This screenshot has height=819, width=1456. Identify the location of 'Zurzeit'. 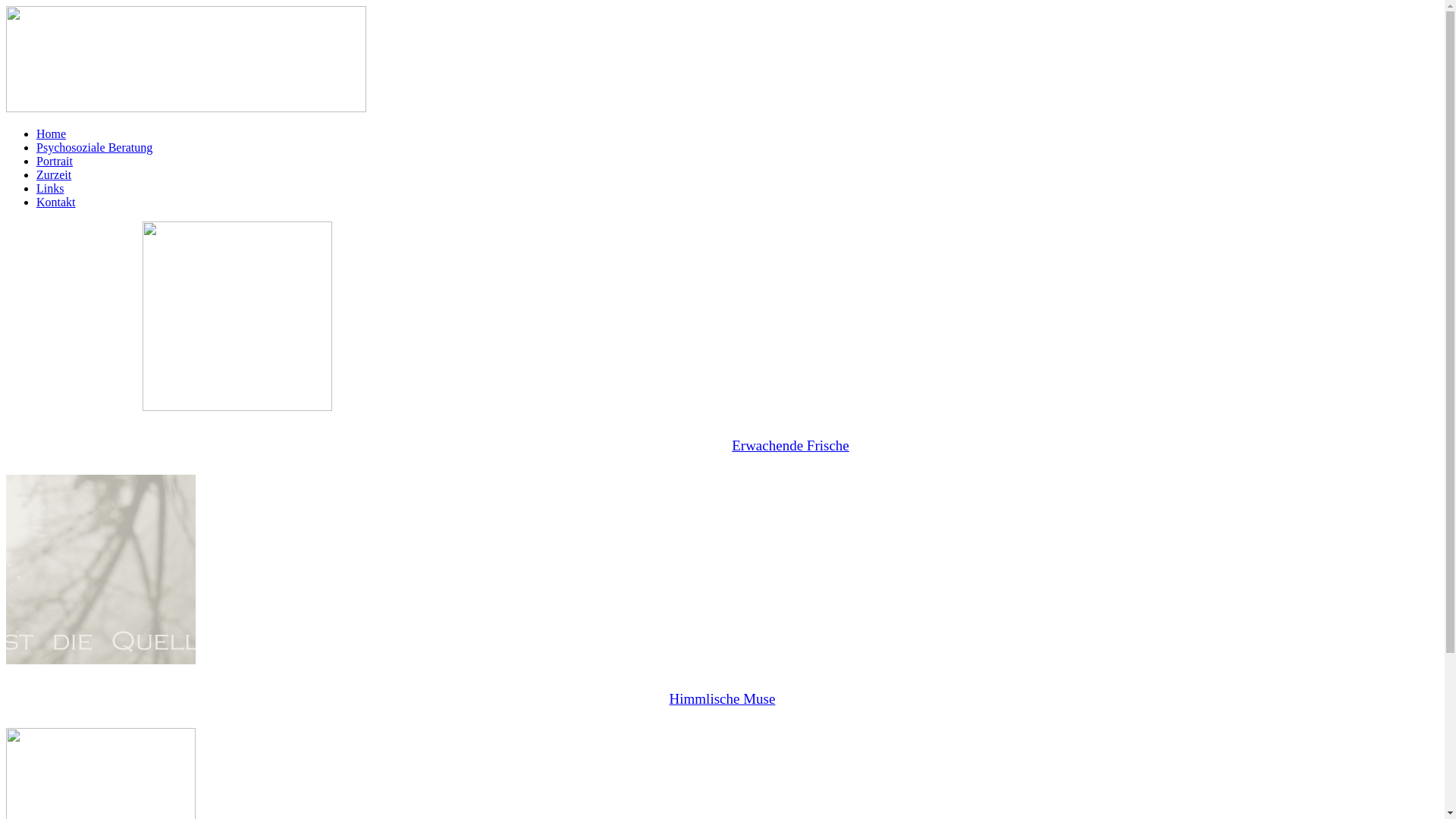
(54, 174).